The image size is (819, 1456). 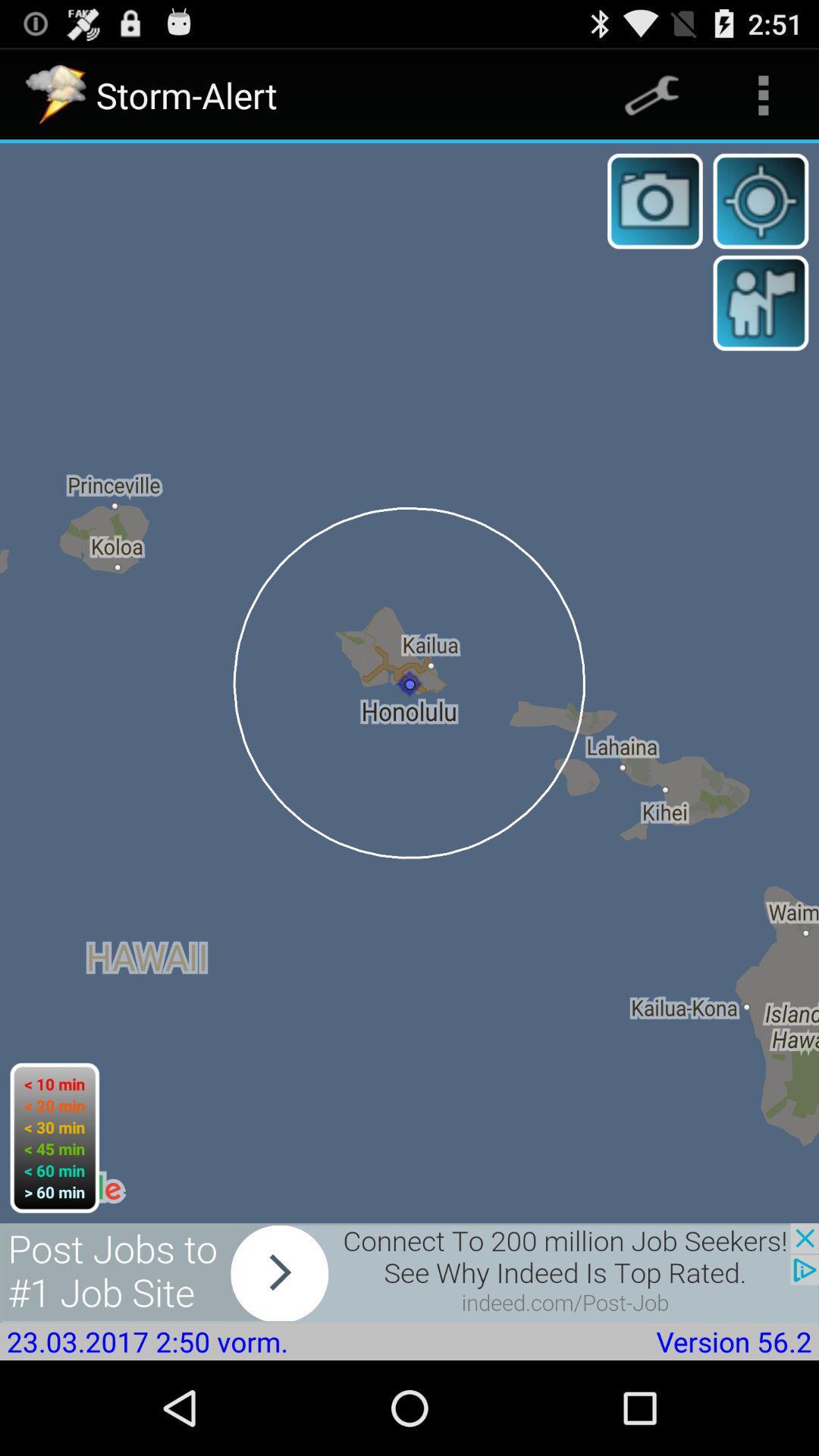 I want to click on camera image, so click(x=654, y=200).